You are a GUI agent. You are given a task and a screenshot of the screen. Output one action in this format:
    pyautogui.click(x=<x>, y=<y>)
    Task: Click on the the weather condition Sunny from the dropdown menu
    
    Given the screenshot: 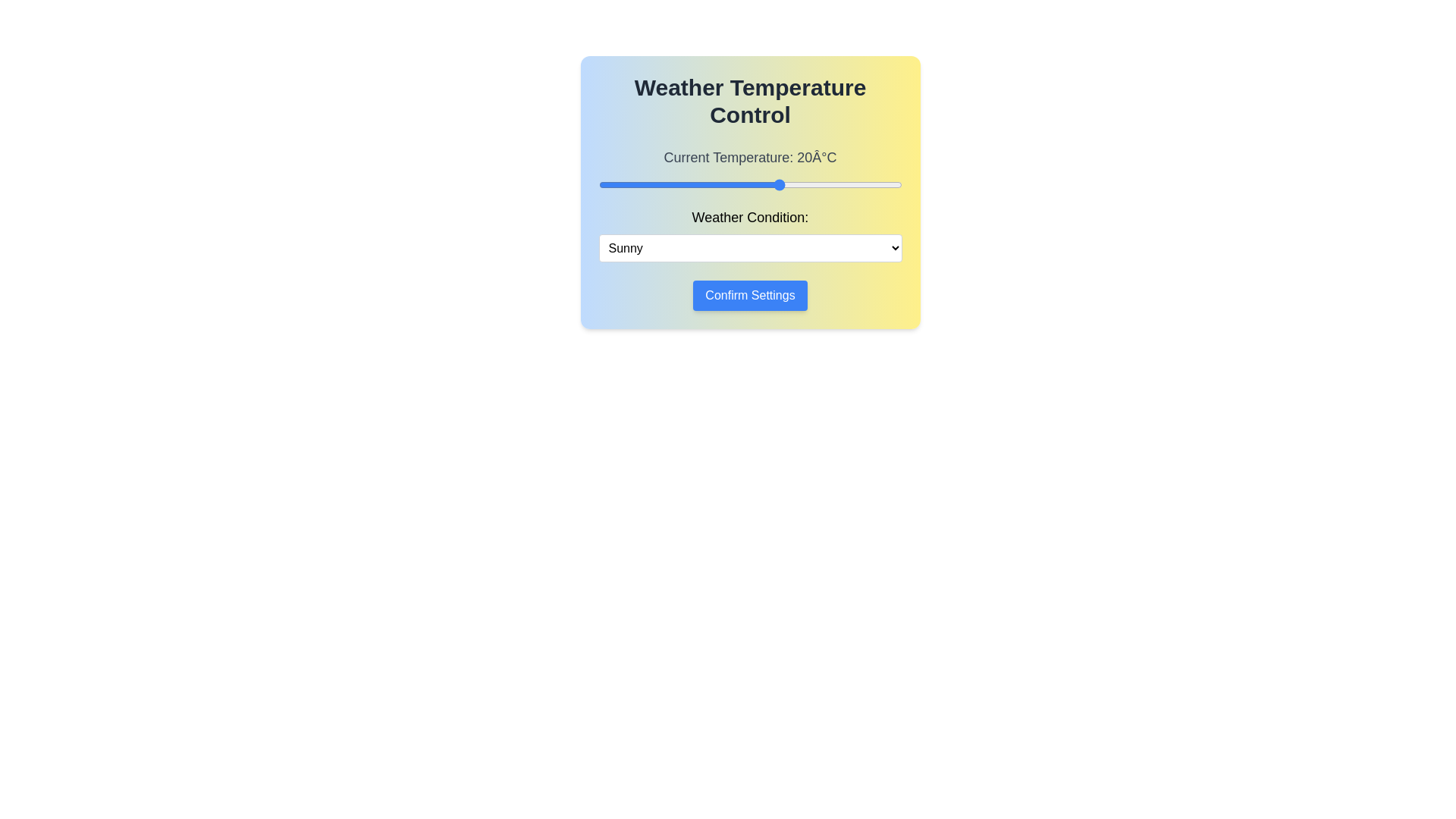 What is the action you would take?
    pyautogui.click(x=750, y=247)
    